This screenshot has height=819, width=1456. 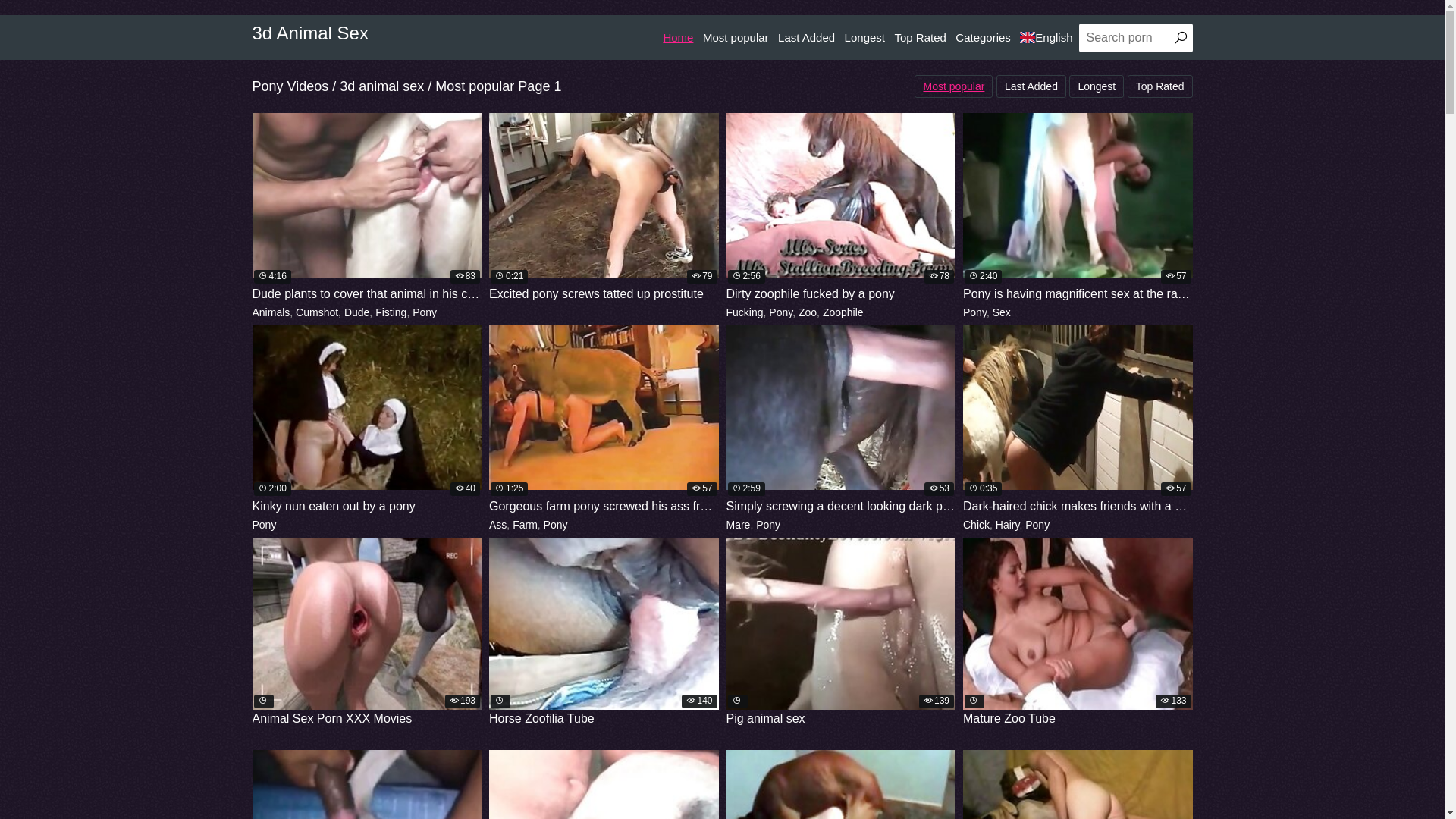 What do you see at coordinates (1077, 208) in the screenshot?
I see `'2:40` at bounding box center [1077, 208].